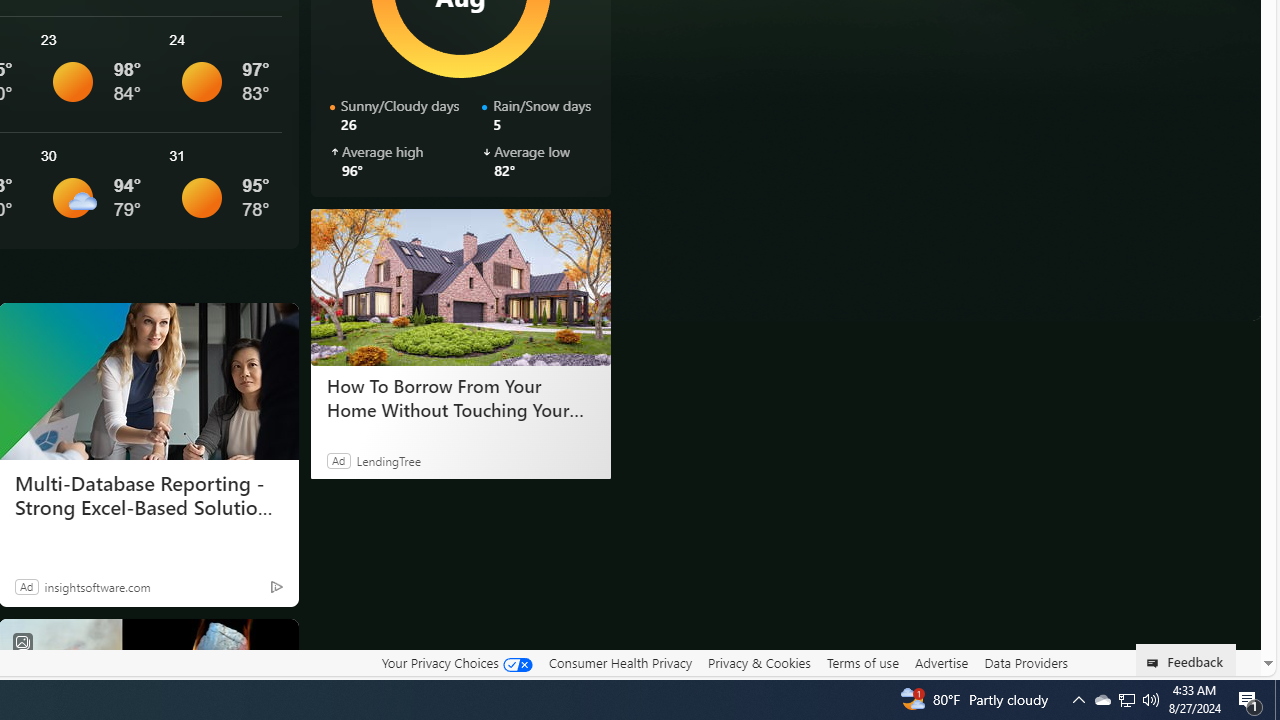  I want to click on 'Terms of use', so click(862, 663).